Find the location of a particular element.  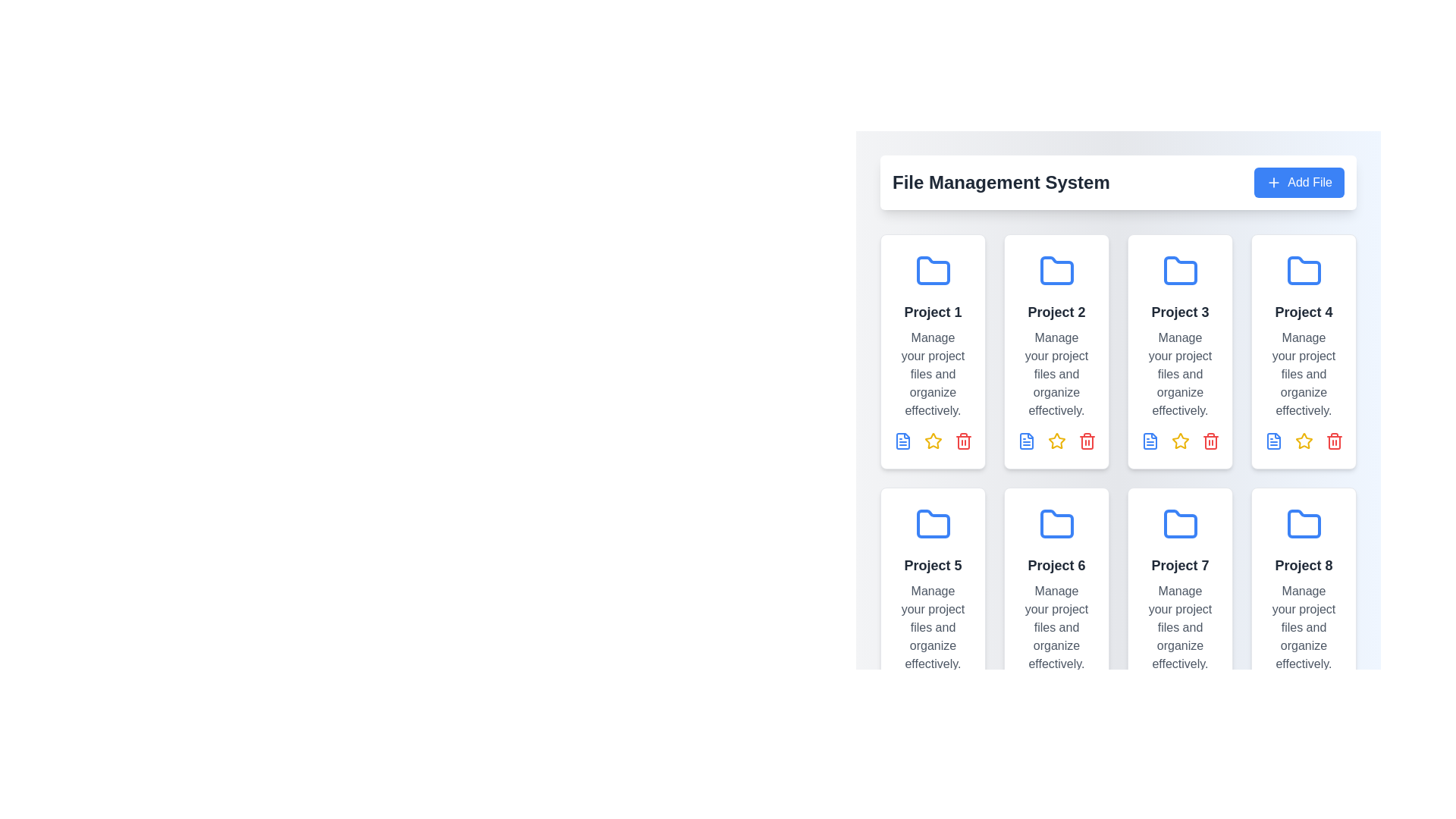

the blue folder icon with rounded corners located in the first card from the top-left corner, above the text 'Project 1' is located at coordinates (932, 271).